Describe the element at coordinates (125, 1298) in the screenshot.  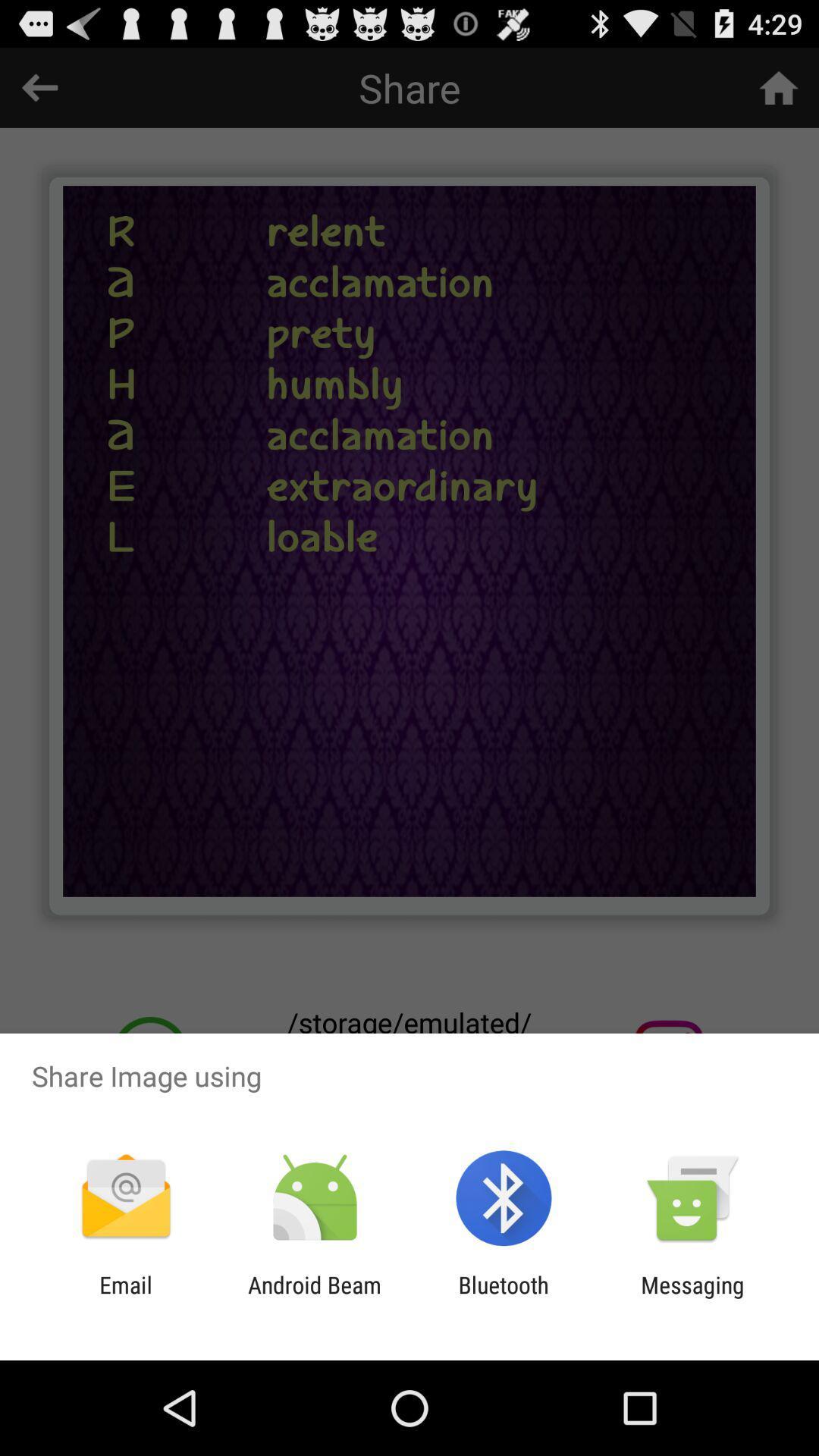
I see `the icon to the left of android beam icon` at that location.